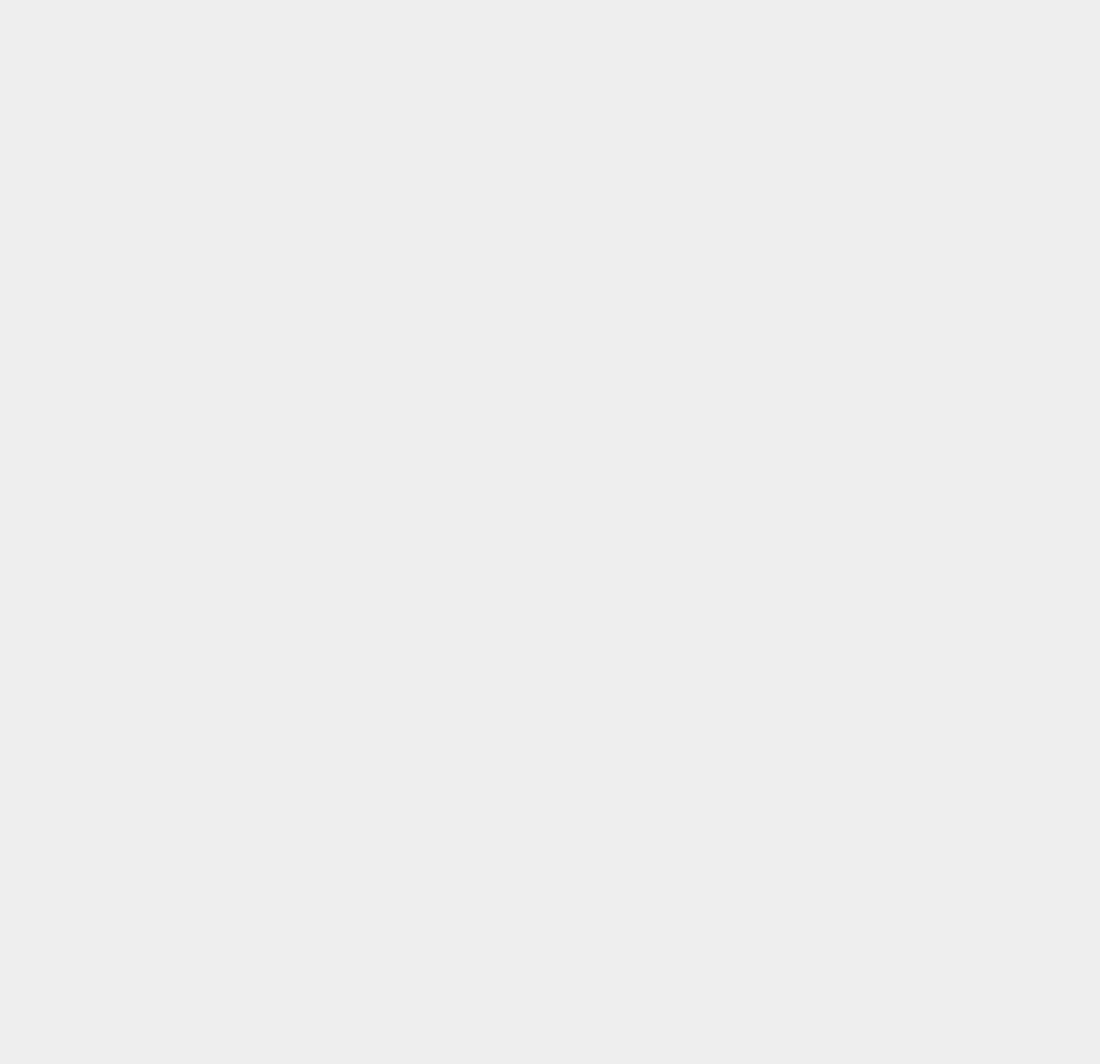  What do you see at coordinates (810, 528) in the screenshot?
I see `'Chromium'` at bounding box center [810, 528].